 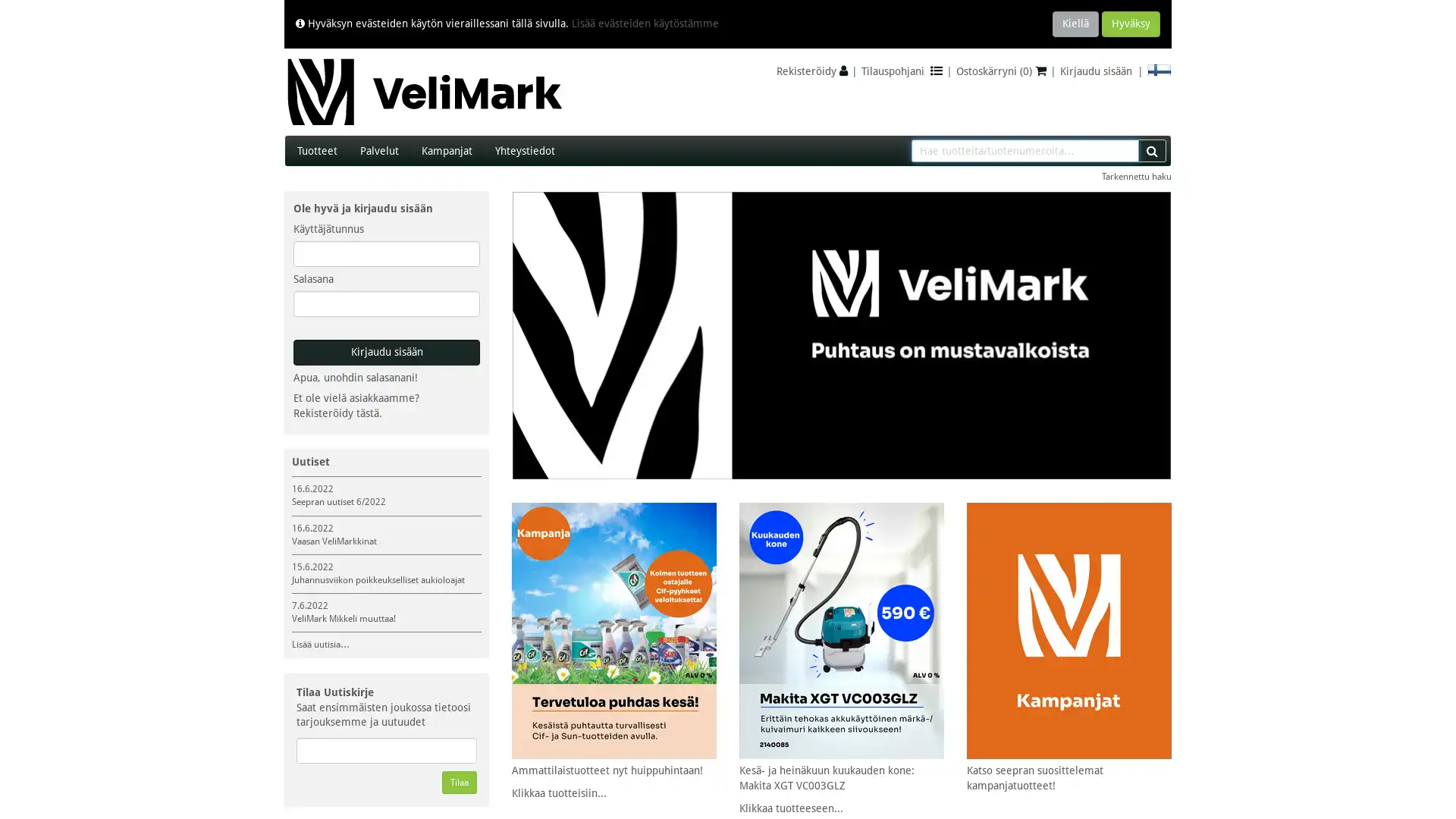 What do you see at coordinates (1131, 24) in the screenshot?
I see `Hyvaksy` at bounding box center [1131, 24].